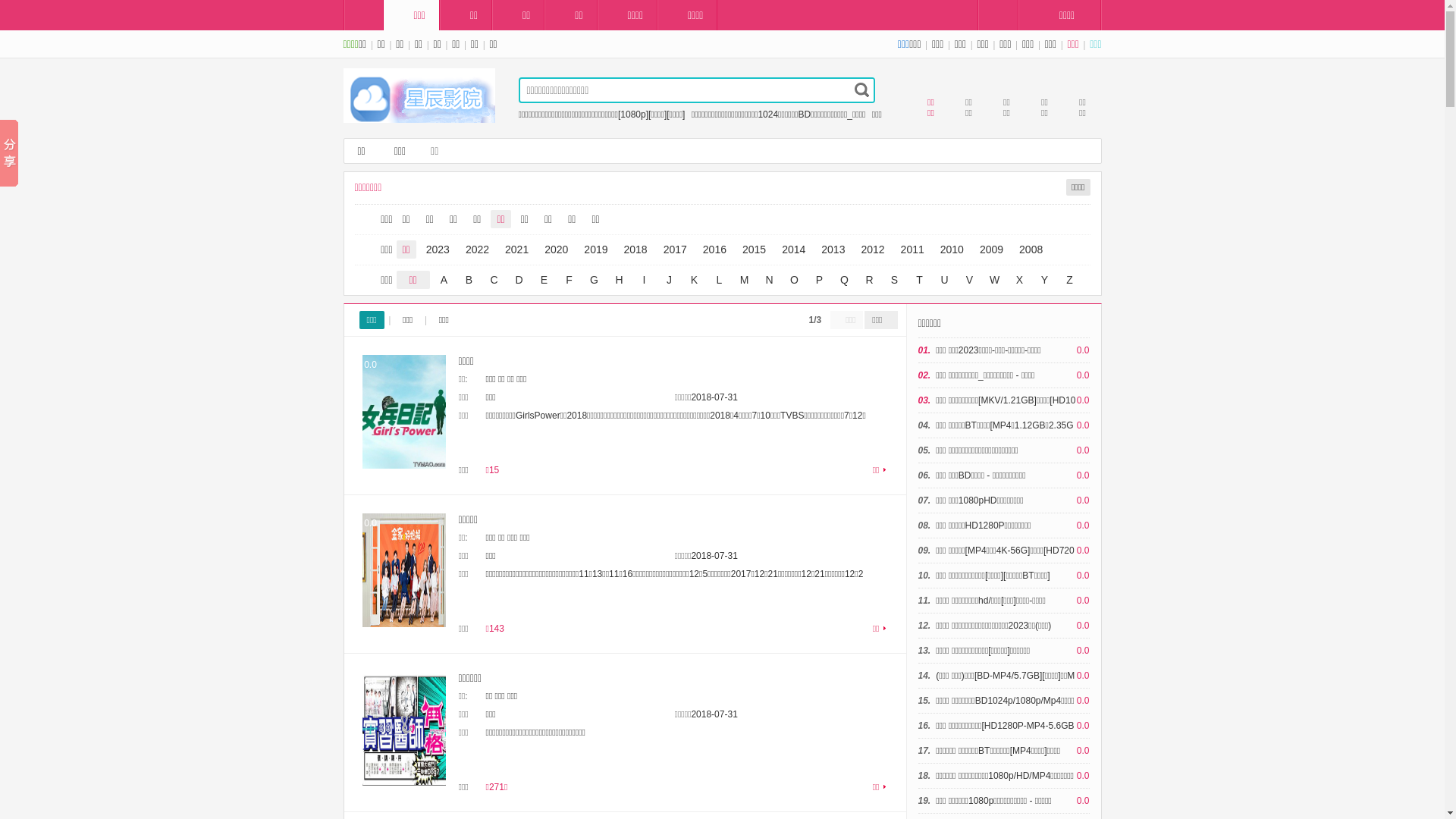 Image resolution: width=1456 pixels, height=819 pixels. What do you see at coordinates (991, 248) in the screenshot?
I see `'2009'` at bounding box center [991, 248].